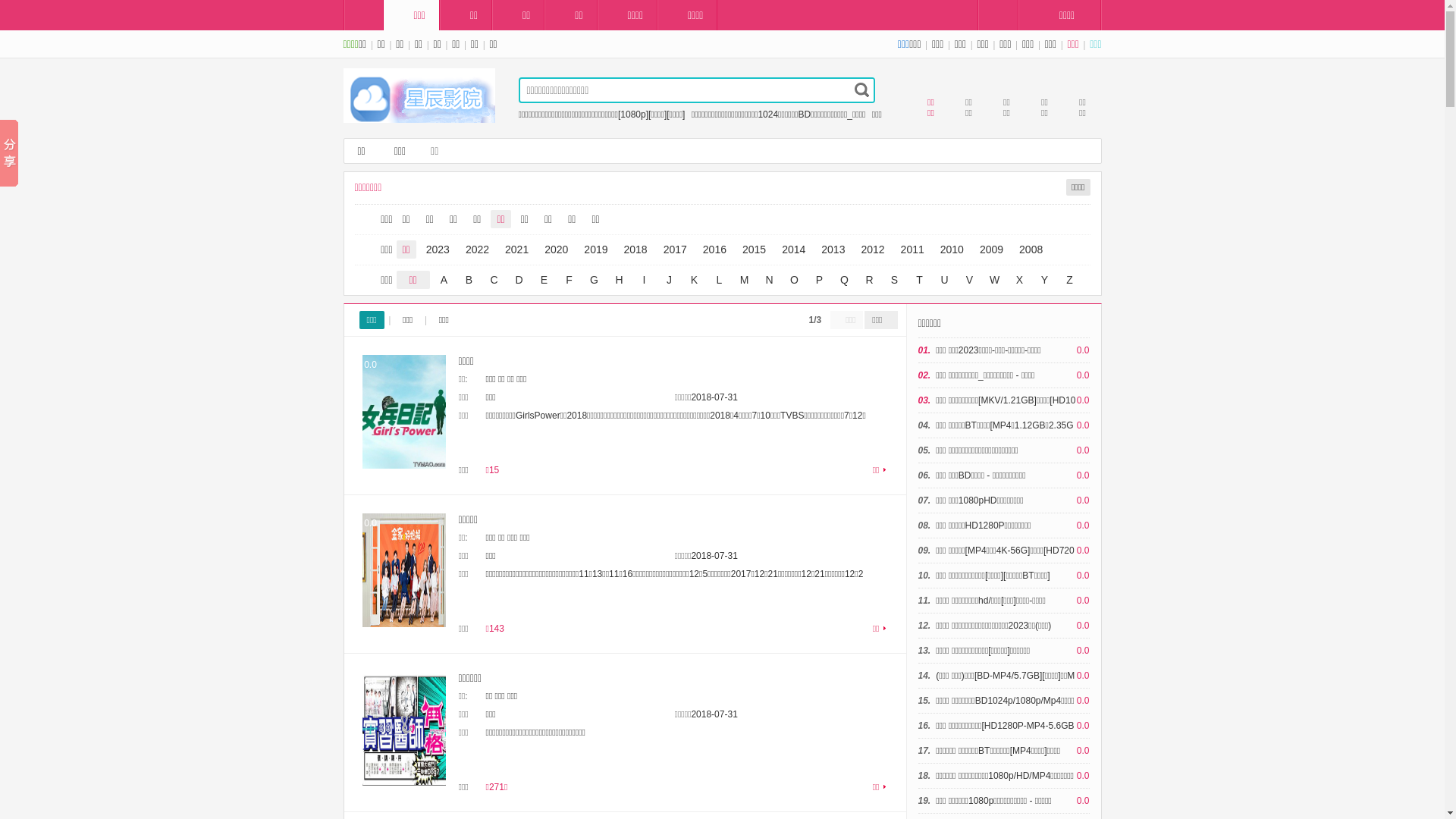 Image resolution: width=1456 pixels, height=819 pixels. What do you see at coordinates (991, 248) in the screenshot?
I see `'2009'` at bounding box center [991, 248].